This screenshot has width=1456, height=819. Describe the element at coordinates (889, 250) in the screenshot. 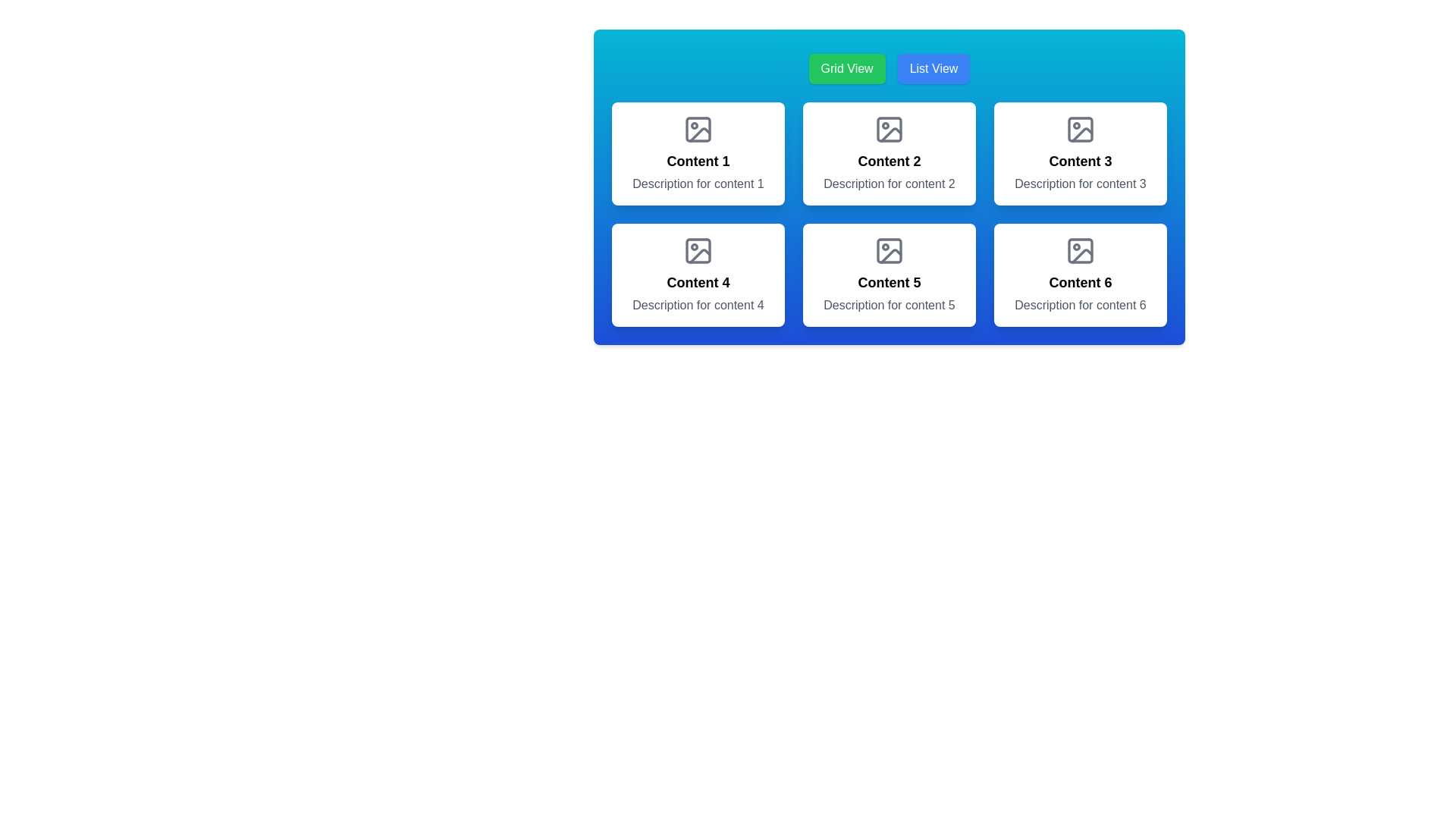

I see `the central rectangle in the 'Content 5' card, which is a light grey decorative rectangle with rounded corners within an SVG image representation` at that location.